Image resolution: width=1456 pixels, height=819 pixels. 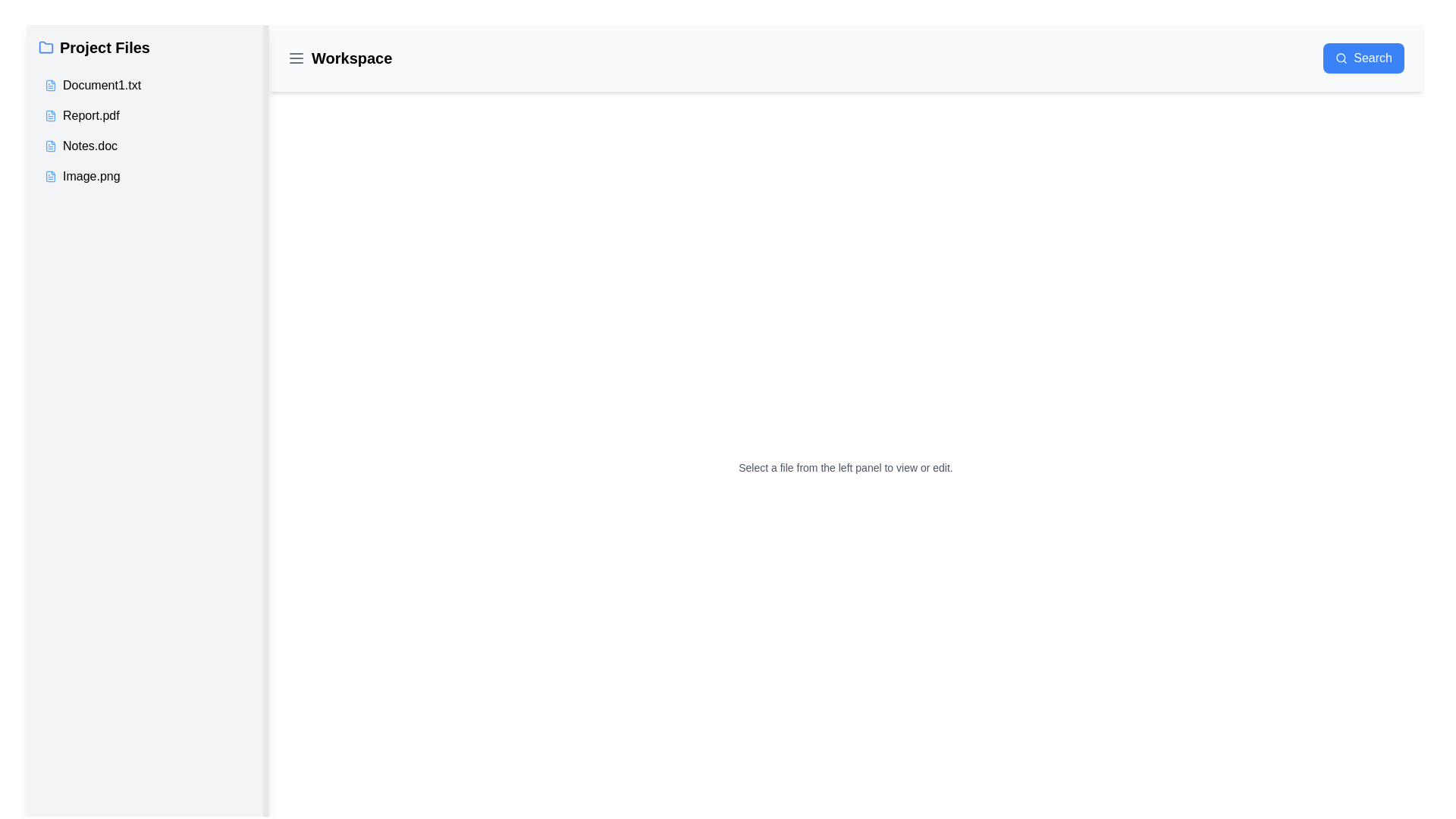 What do you see at coordinates (148, 85) in the screenshot?
I see `the first selectable file in the 'Project Files' list located in the sidebar on the left side of the interface` at bounding box center [148, 85].